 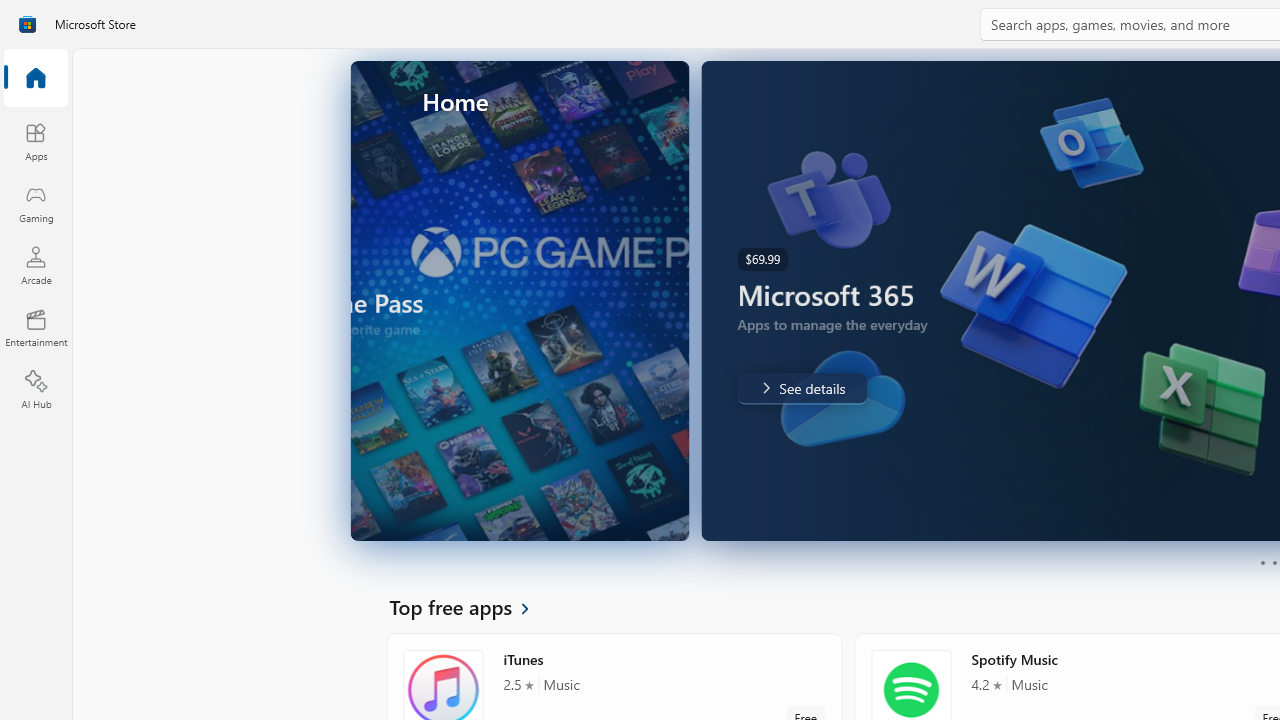 What do you see at coordinates (470, 605) in the screenshot?
I see `'See all  Top free apps'` at bounding box center [470, 605].